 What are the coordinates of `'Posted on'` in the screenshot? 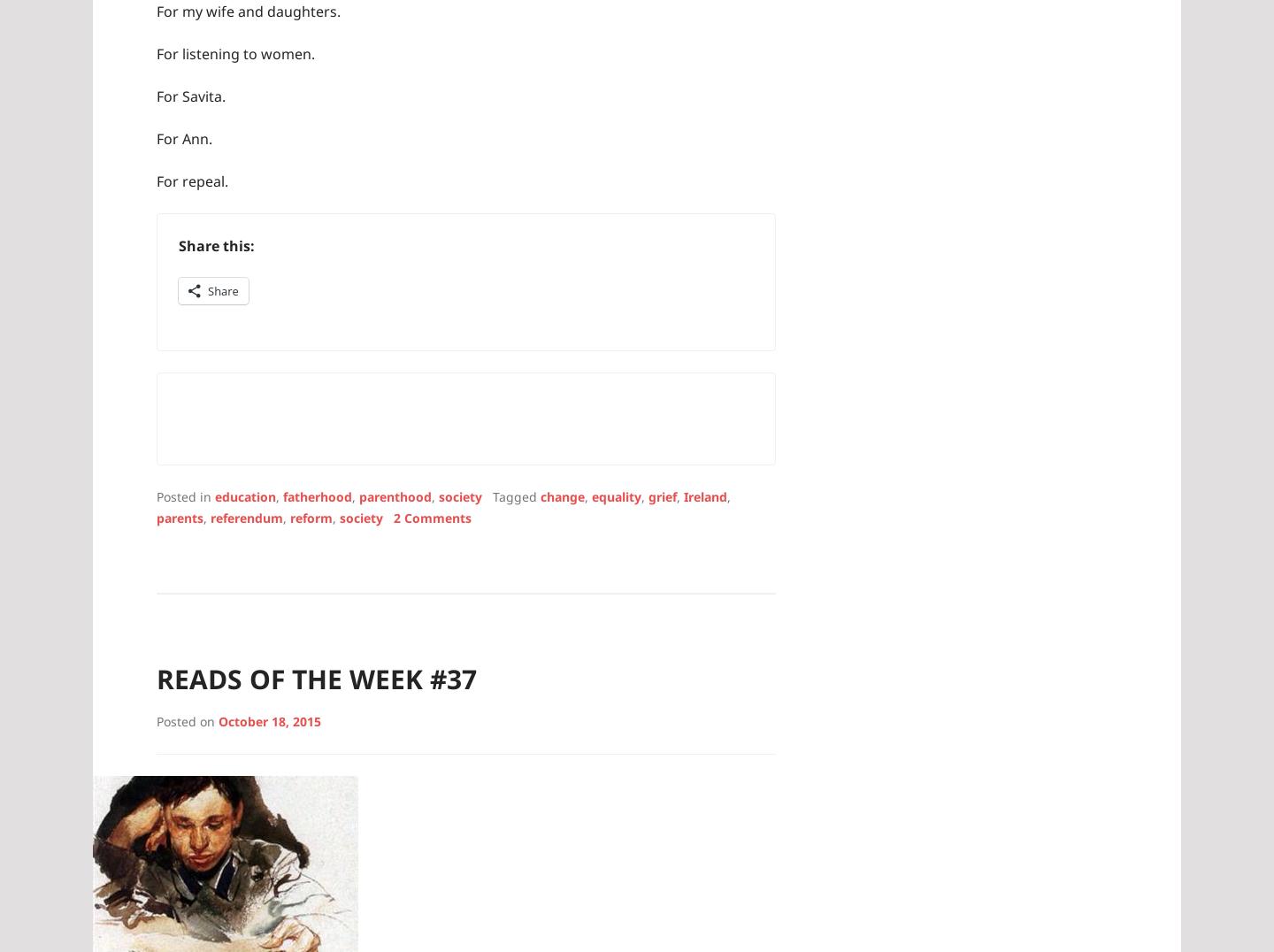 It's located at (155, 719).